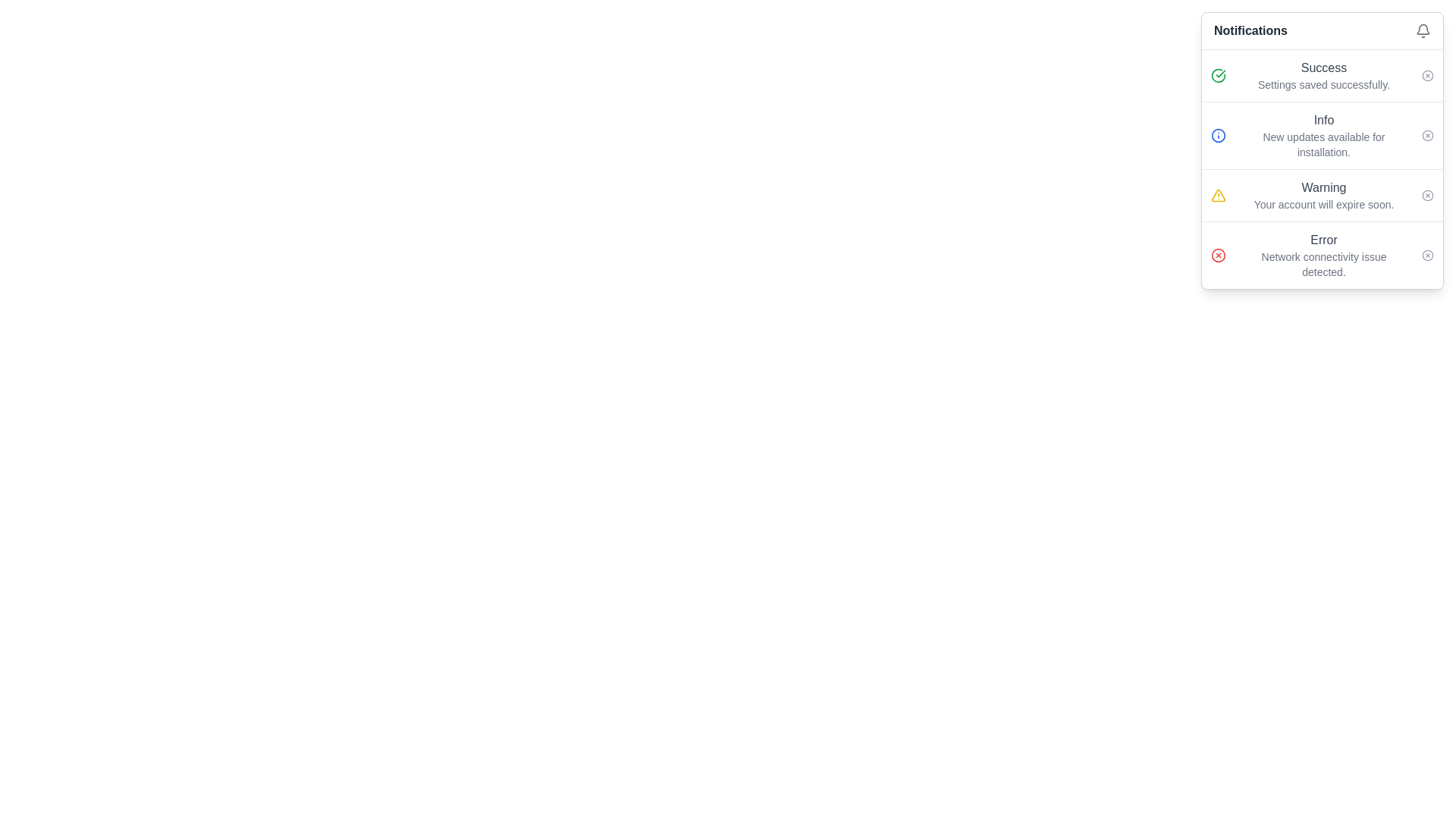 Image resolution: width=1456 pixels, height=819 pixels. Describe the element at coordinates (1321, 151) in the screenshot. I see `individual notification items in the Notification Panel located at the top-right corner of the interface, which features a white background and a header titled 'Notifications'` at that location.